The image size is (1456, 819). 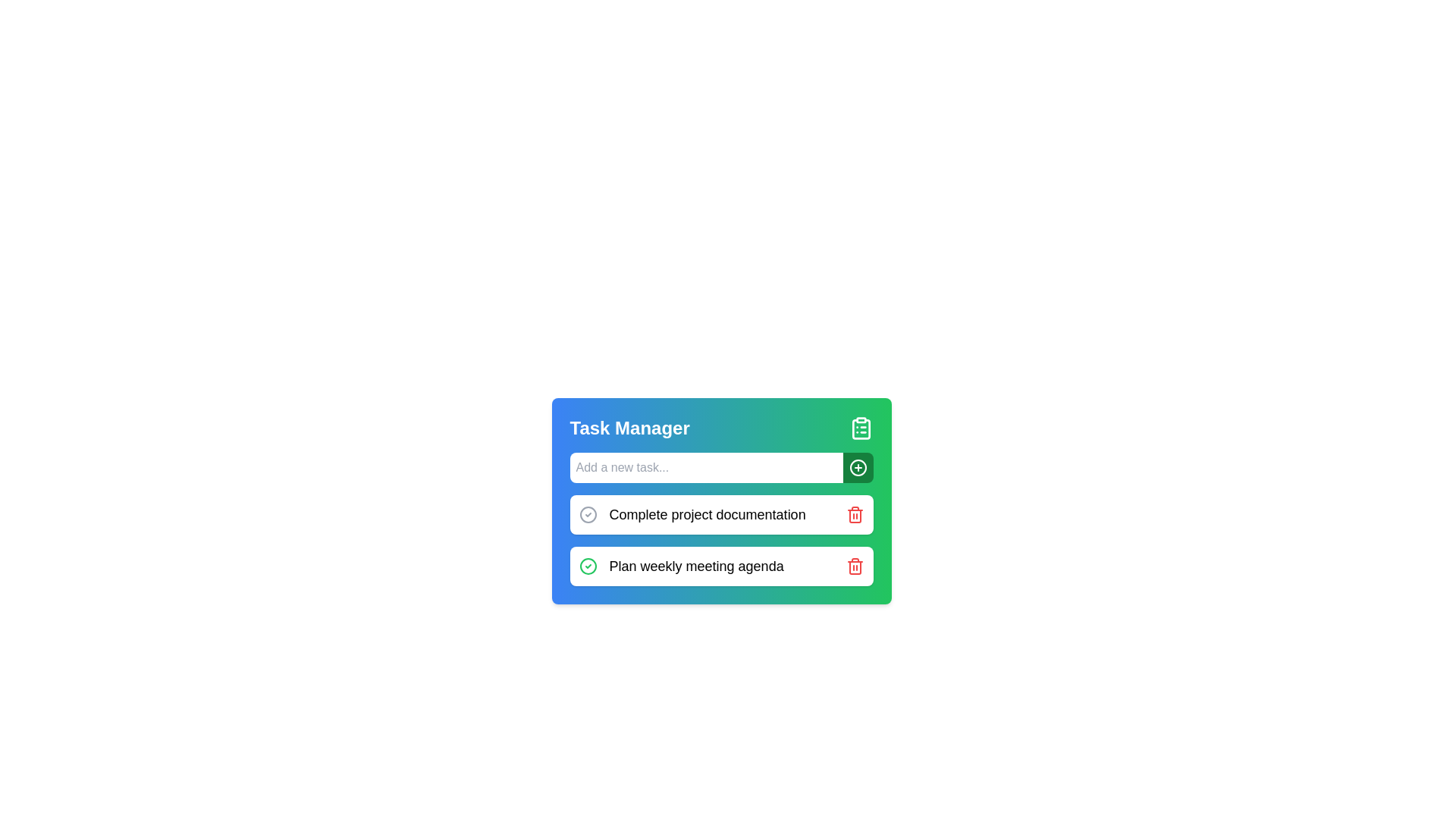 What do you see at coordinates (720, 513) in the screenshot?
I see `to select the task item labeled 'Complete project documentation' in the Task Manager interface` at bounding box center [720, 513].